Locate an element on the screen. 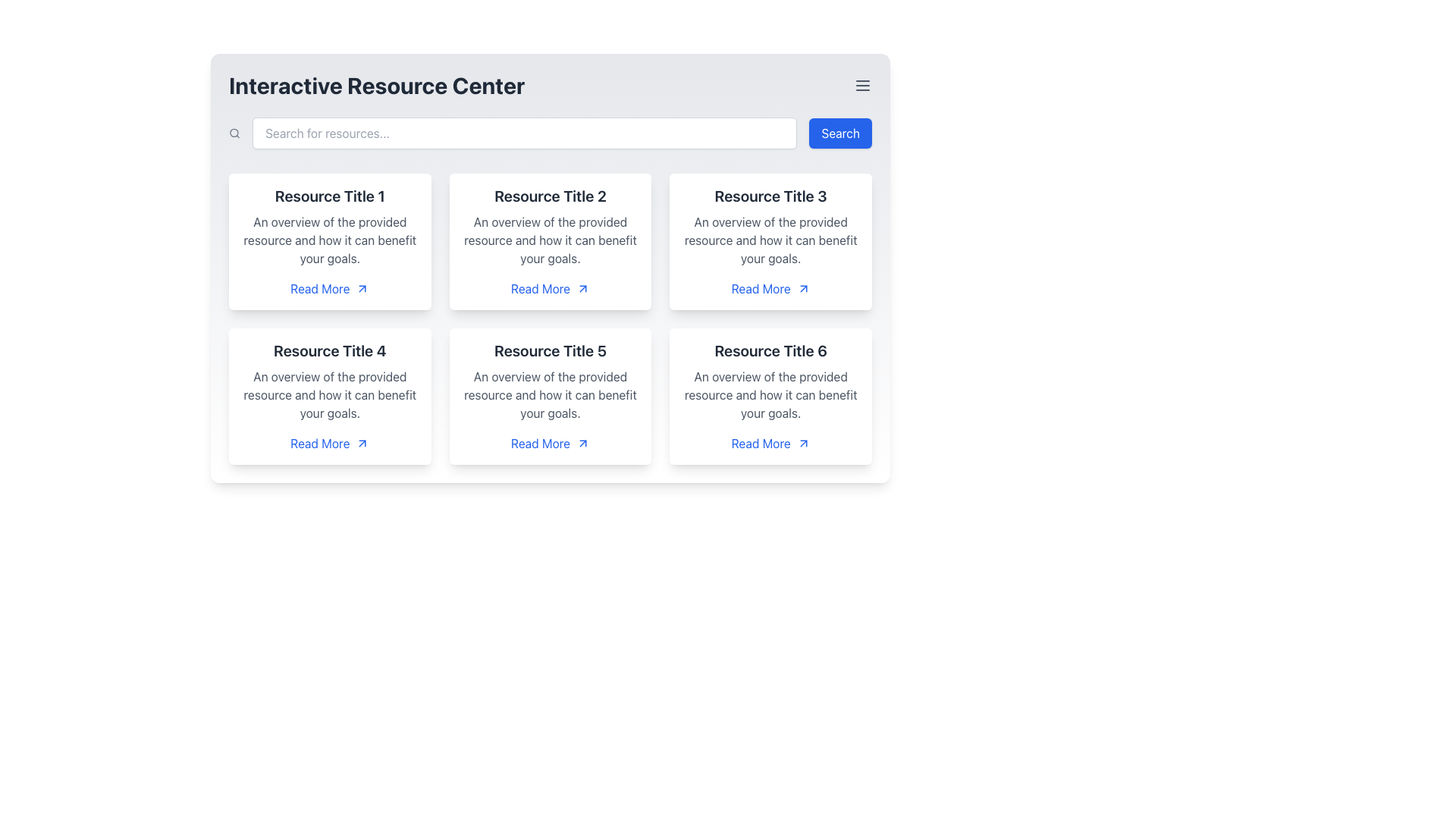 The height and width of the screenshot is (819, 1456). the navigational hyperlink located in the bottom-right card of the grid layout is located at coordinates (770, 444).